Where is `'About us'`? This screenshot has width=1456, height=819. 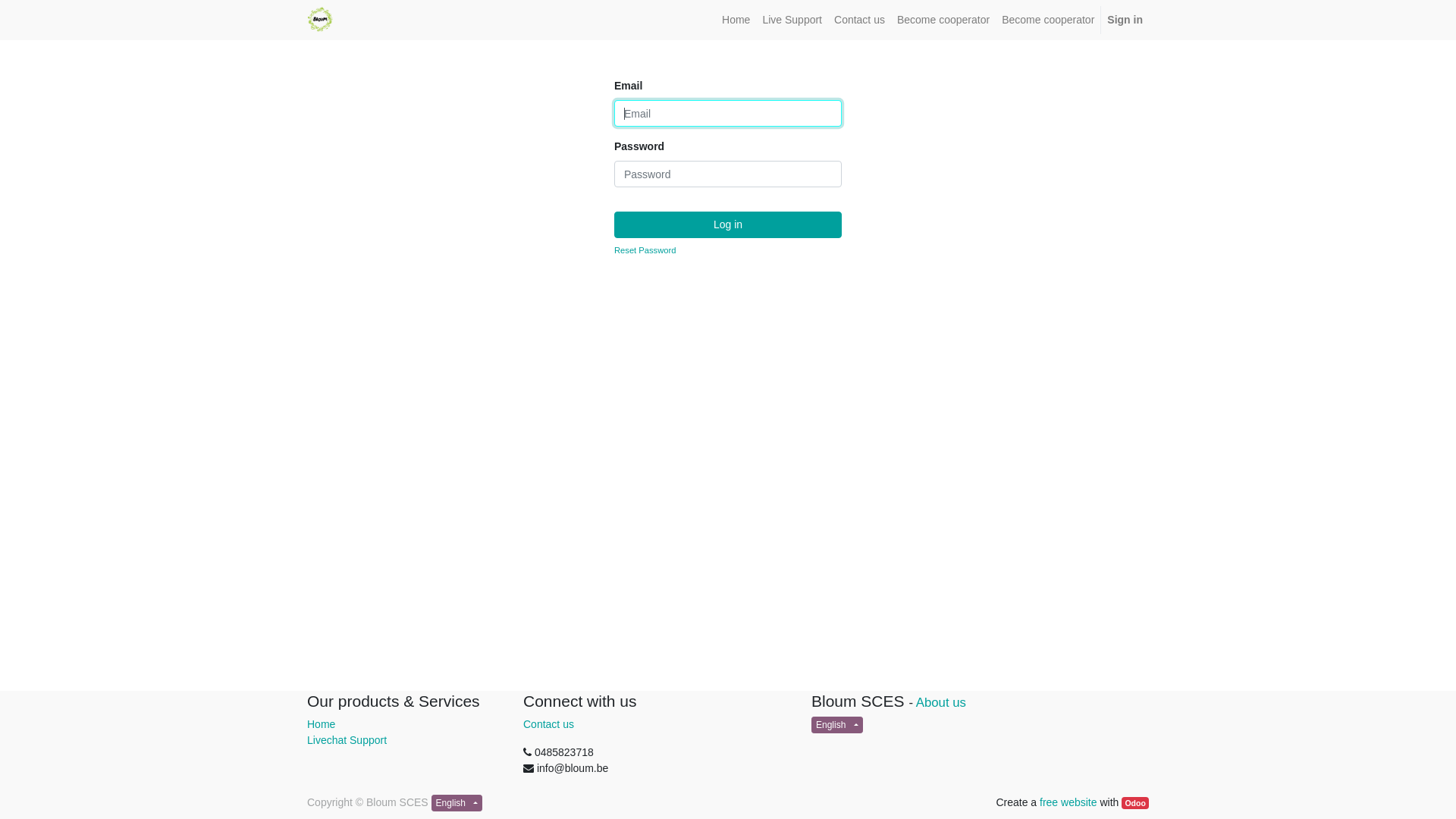
'About us' is located at coordinates (940, 702).